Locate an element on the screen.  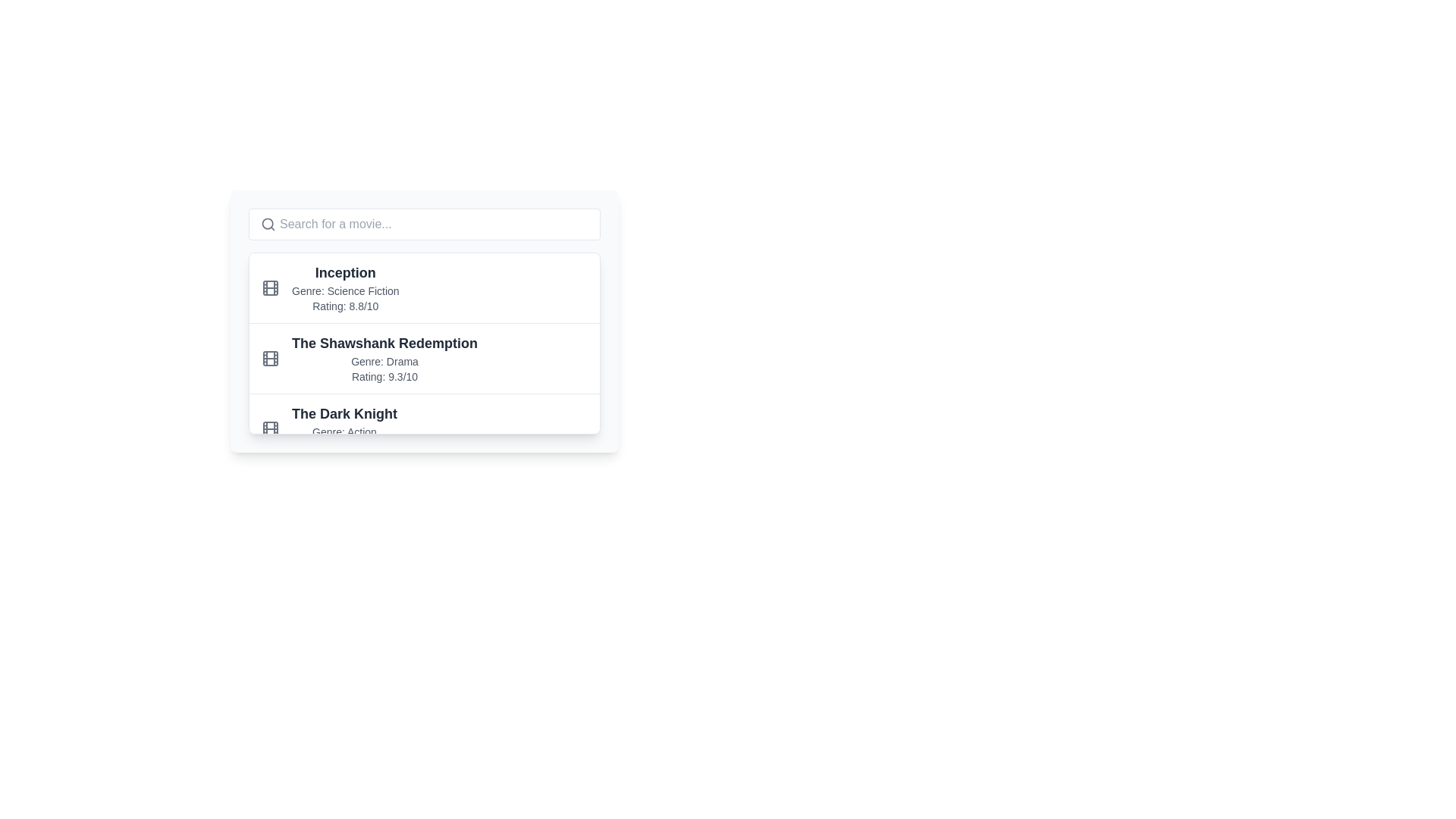
the label providing information about the movie 'The Shawshank Redemption', which is the second item in a dropdown menu, positioned below 'Inception' and above 'The Dark Knight' is located at coordinates (384, 359).